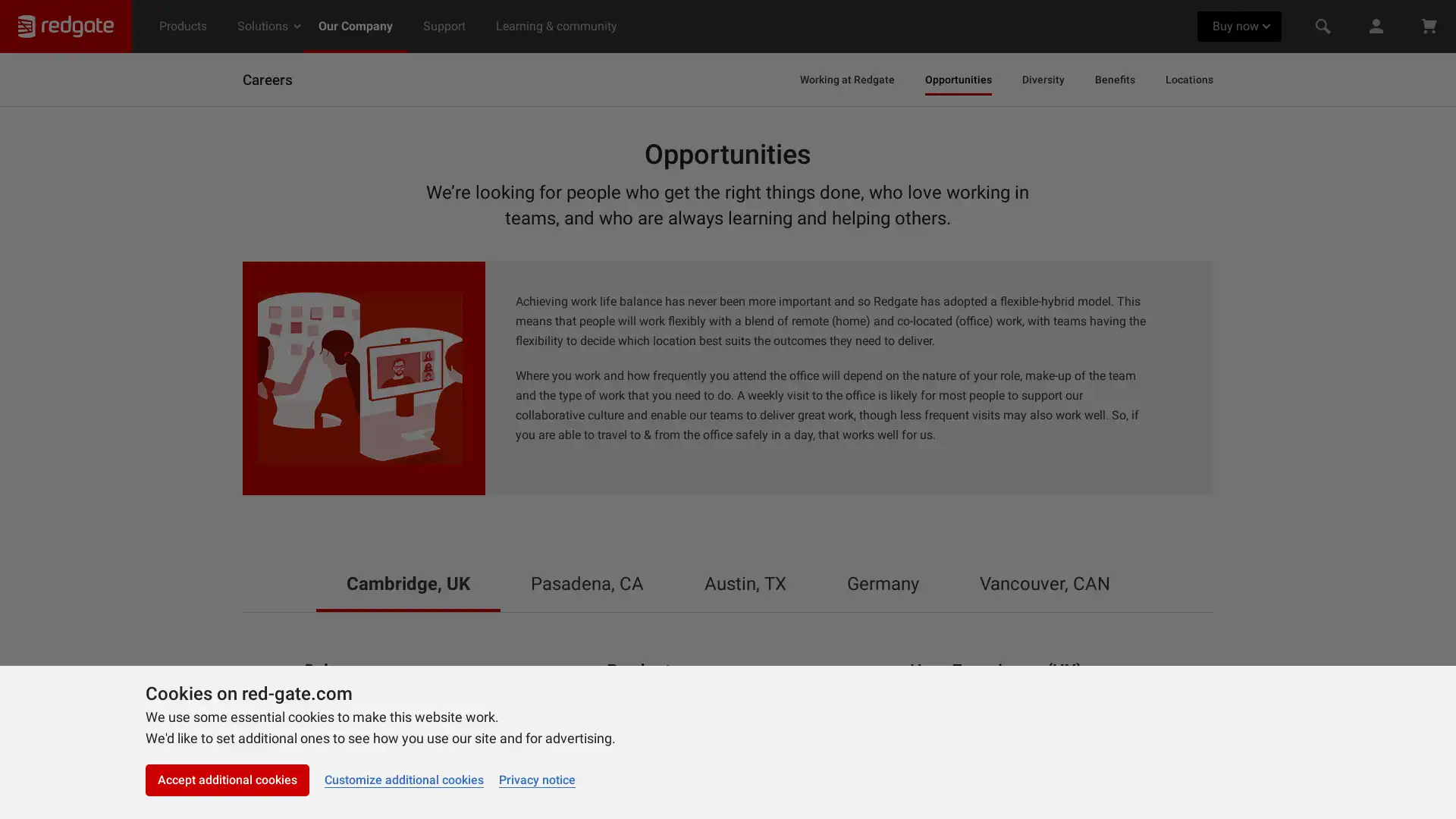  What do you see at coordinates (226, 780) in the screenshot?
I see `Accept additional cookies` at bounding box center [226, 780].